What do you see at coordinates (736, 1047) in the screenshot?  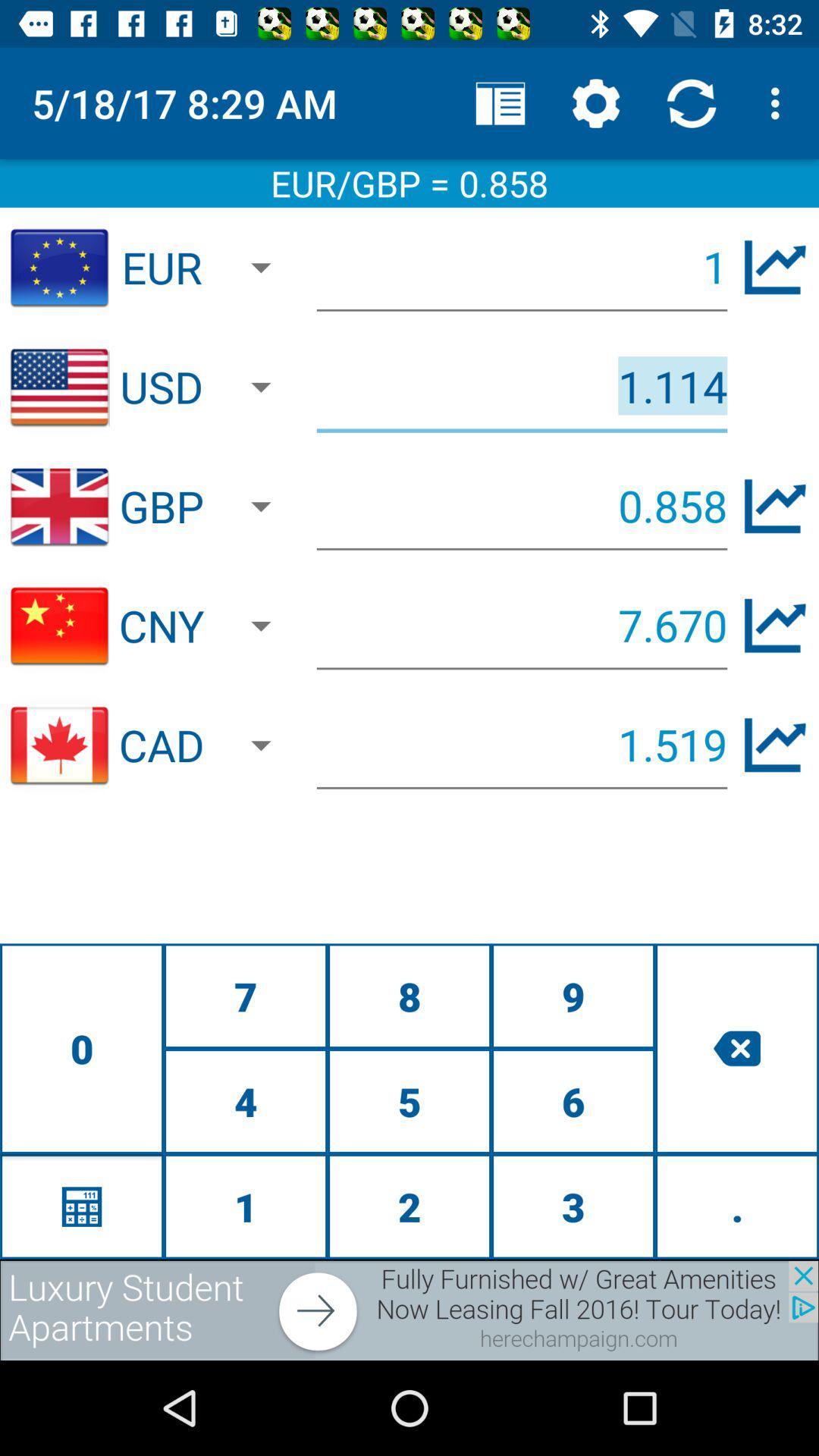 I see `delete one number` at bounding box center [736, 1047].